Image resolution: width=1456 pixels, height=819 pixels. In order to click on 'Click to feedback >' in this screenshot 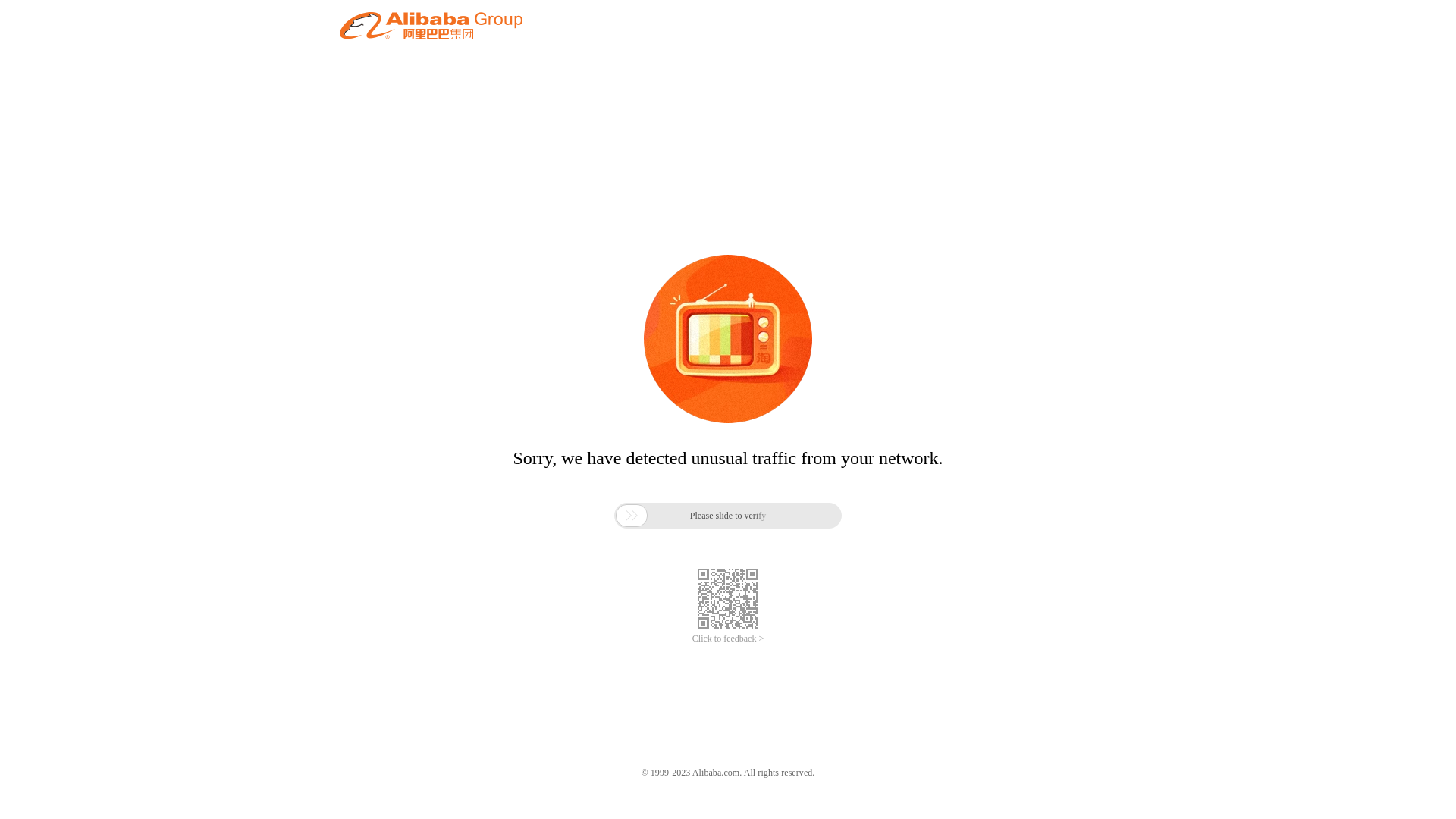, I will do `click(728, 639)`.